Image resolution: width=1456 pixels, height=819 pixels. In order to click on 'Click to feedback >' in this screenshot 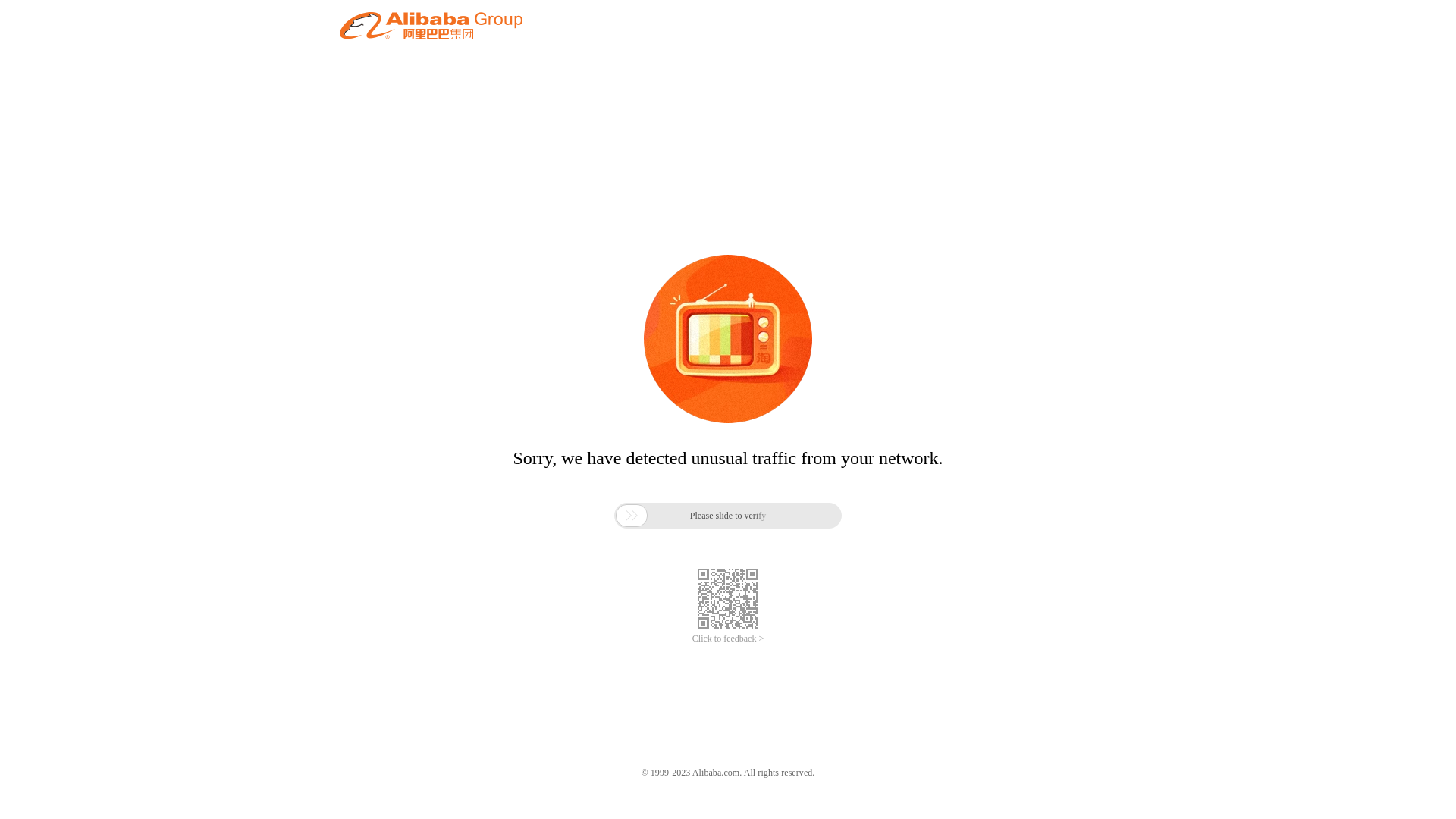, I will do `click(728, 639)`.